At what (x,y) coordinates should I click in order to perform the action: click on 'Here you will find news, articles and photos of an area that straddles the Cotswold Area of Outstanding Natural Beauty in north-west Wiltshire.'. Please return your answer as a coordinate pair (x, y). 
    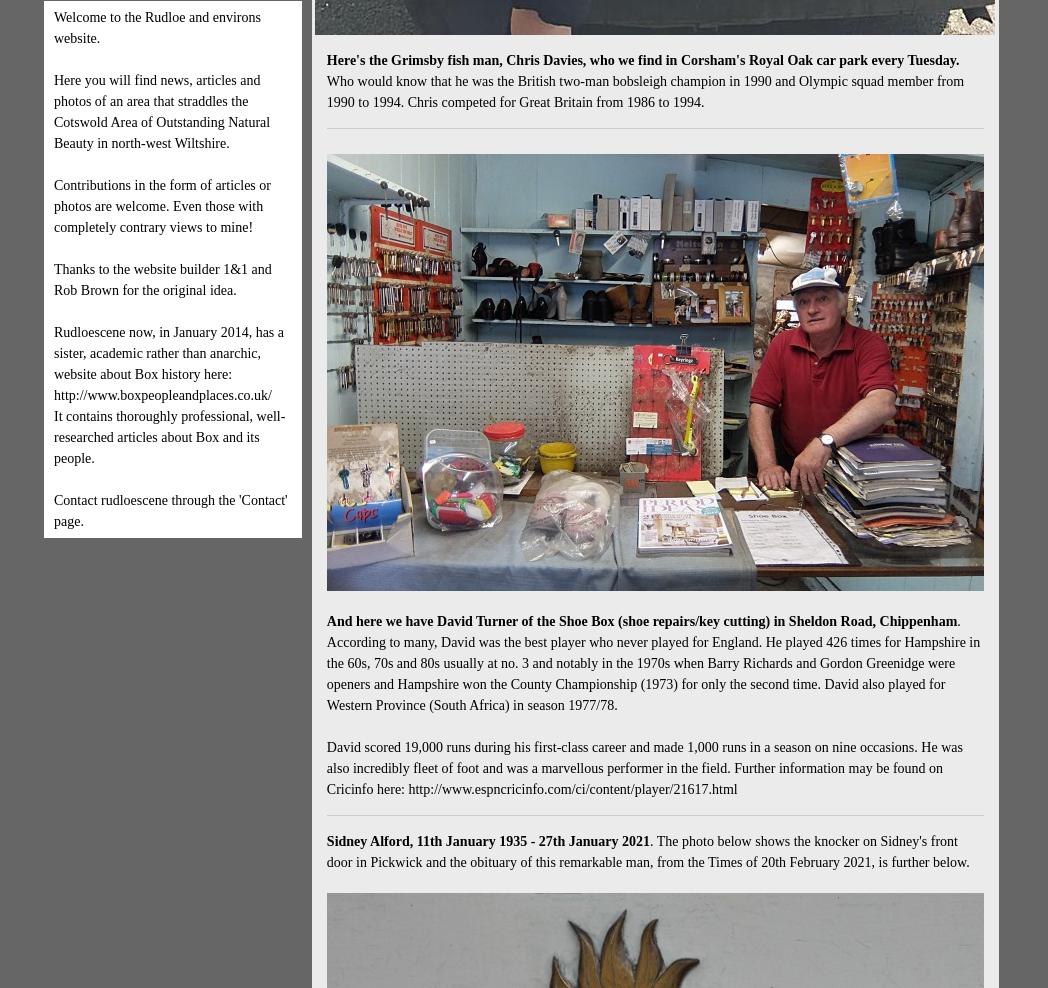
    Looking at the image, I should click on (53, 112).